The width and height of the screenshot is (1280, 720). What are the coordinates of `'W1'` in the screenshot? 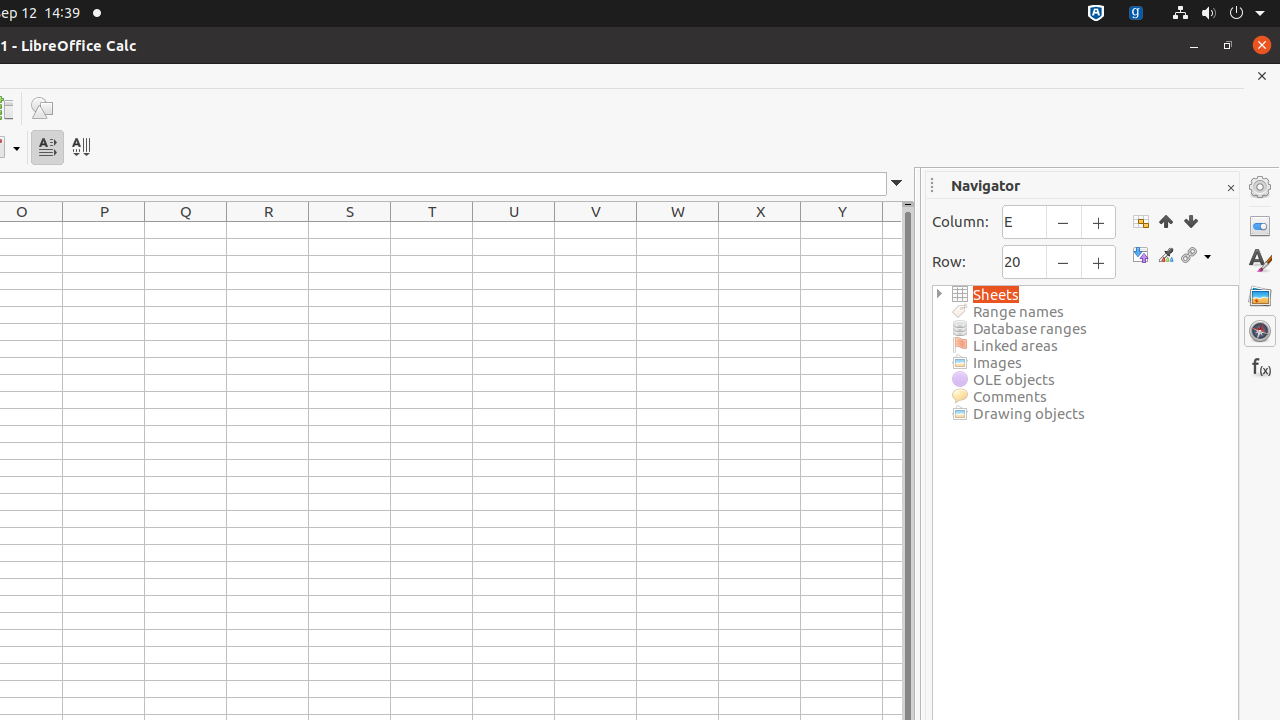 It's located at (678, 229).